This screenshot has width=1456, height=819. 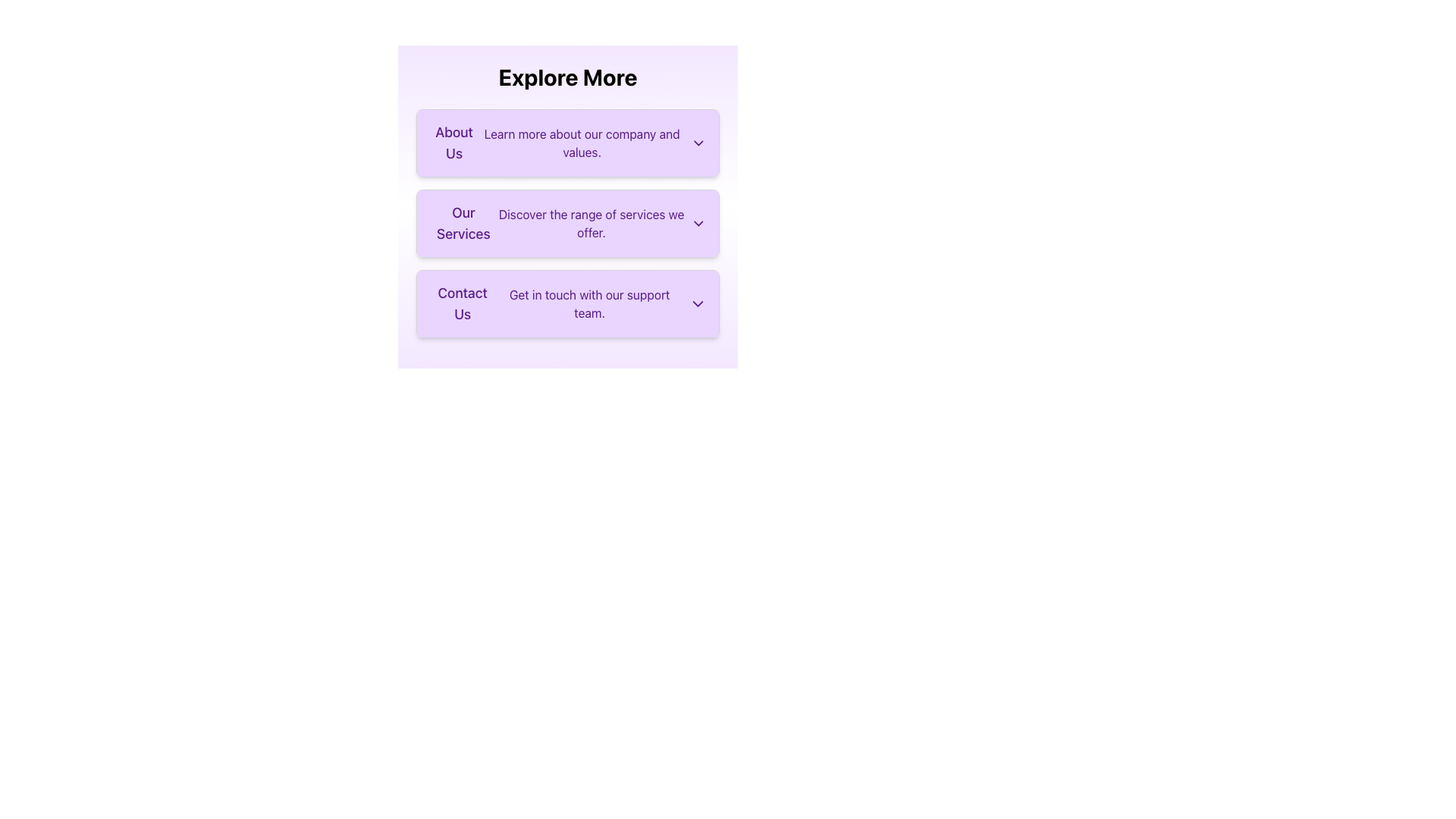 What do you see at coordinates (698, 223) in the screenshot?
I see `the downward-facing chevron icon located in the upper-right corner of the 'Our Services' card` at bounding box center [698, 223].